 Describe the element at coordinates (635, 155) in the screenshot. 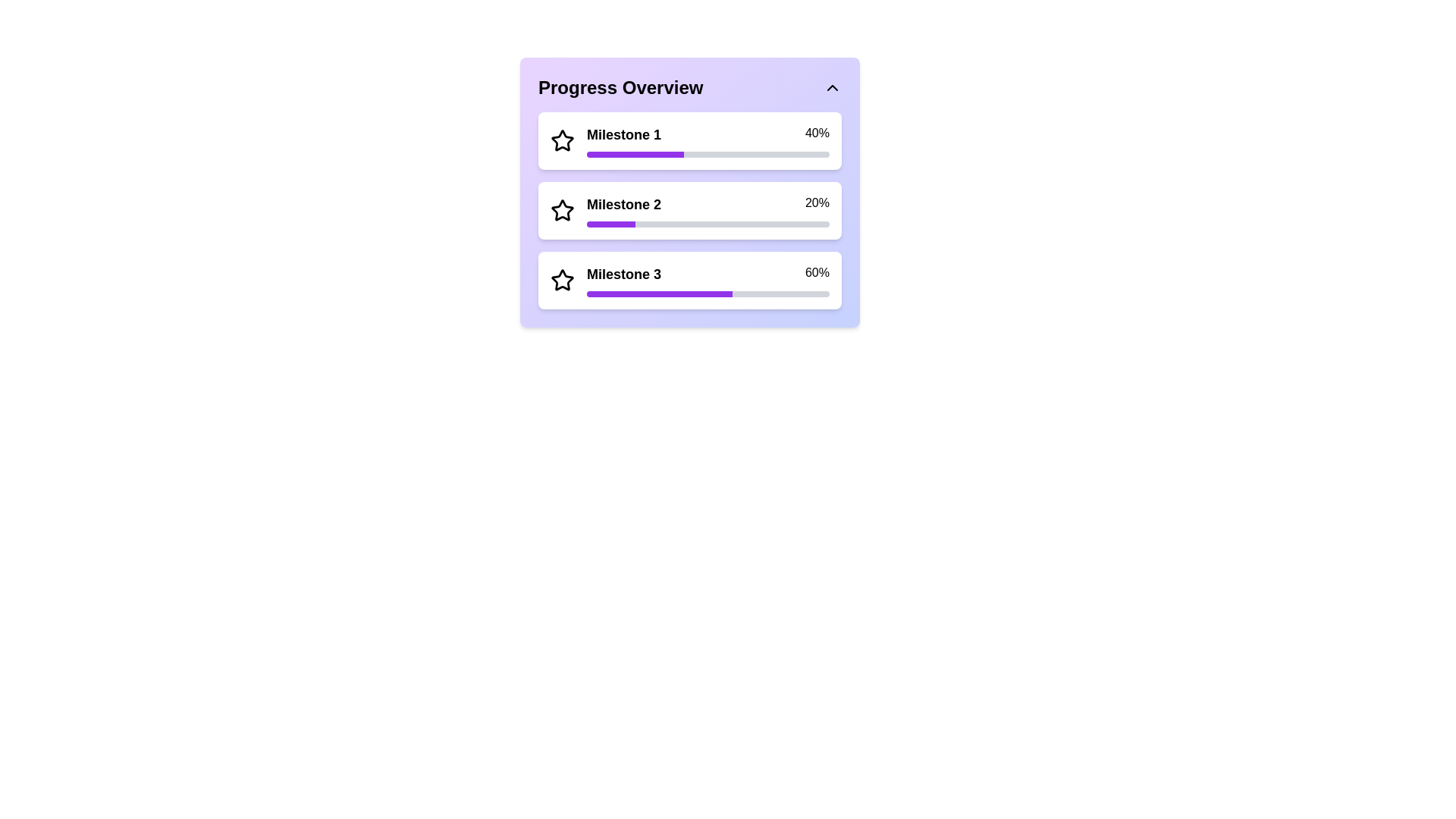

I see `the progress bar fill segment, which is a solid purple color indicating the filled portion of the horizontal progress indicator for 'Milestone 1'` at that location.